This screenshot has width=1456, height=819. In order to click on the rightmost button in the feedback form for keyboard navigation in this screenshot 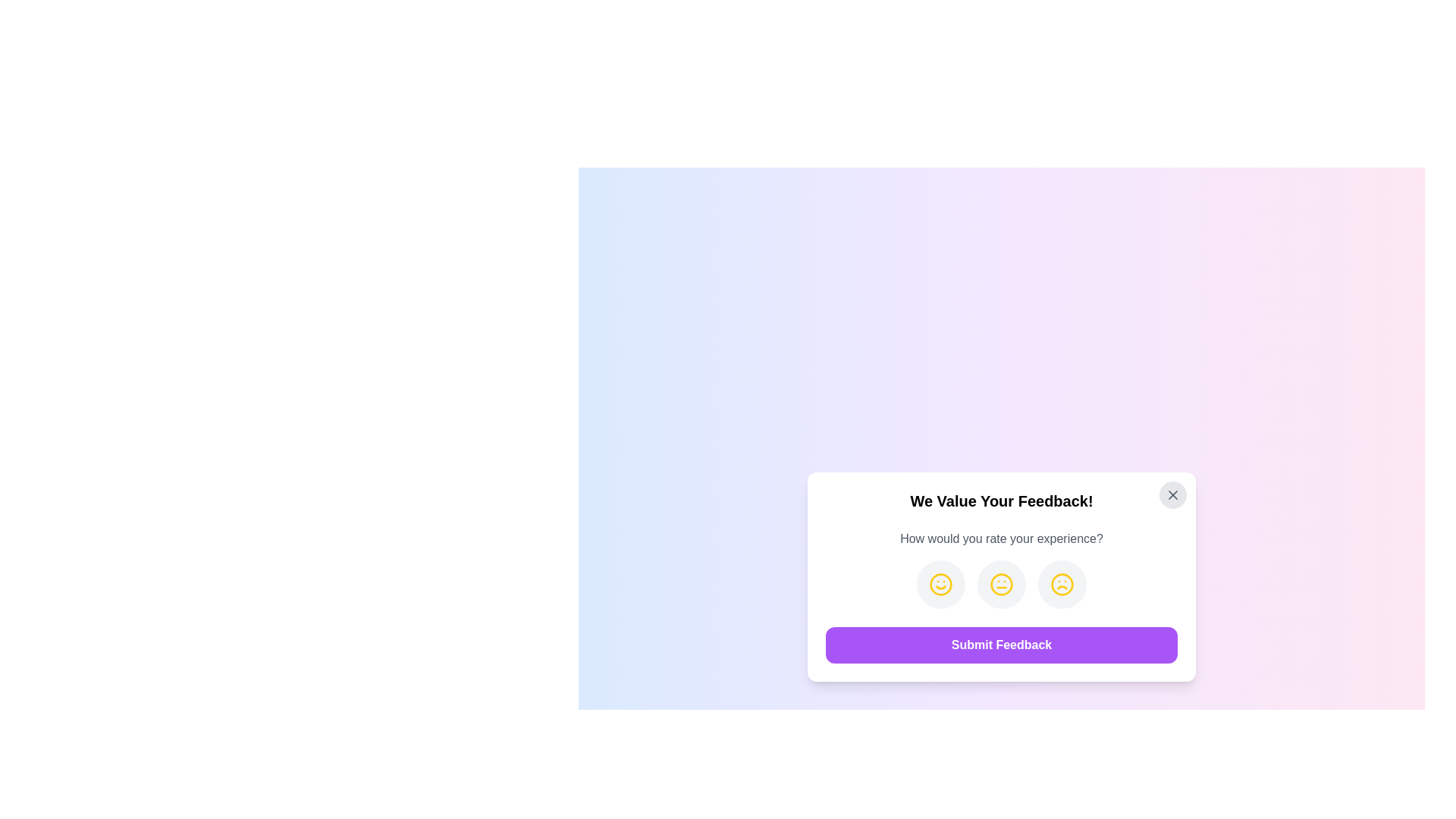, I will do `click(1062, 584)`.